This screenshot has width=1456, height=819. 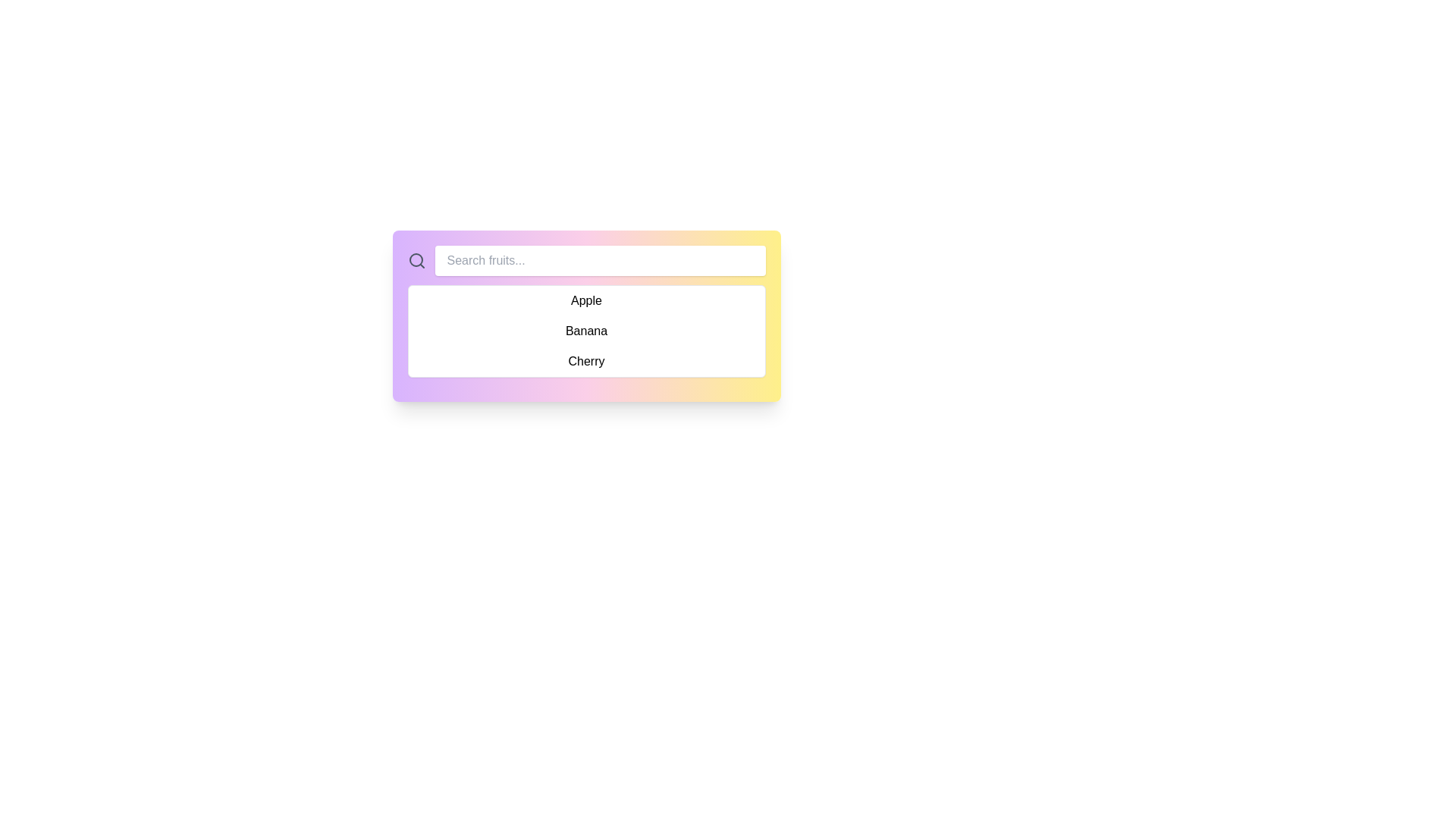 What do you see at coordinates (585, 301) in the screenshot?
I see `the first dropdown list item displaying the text 'Apple'` at bounding box center [585, 301].